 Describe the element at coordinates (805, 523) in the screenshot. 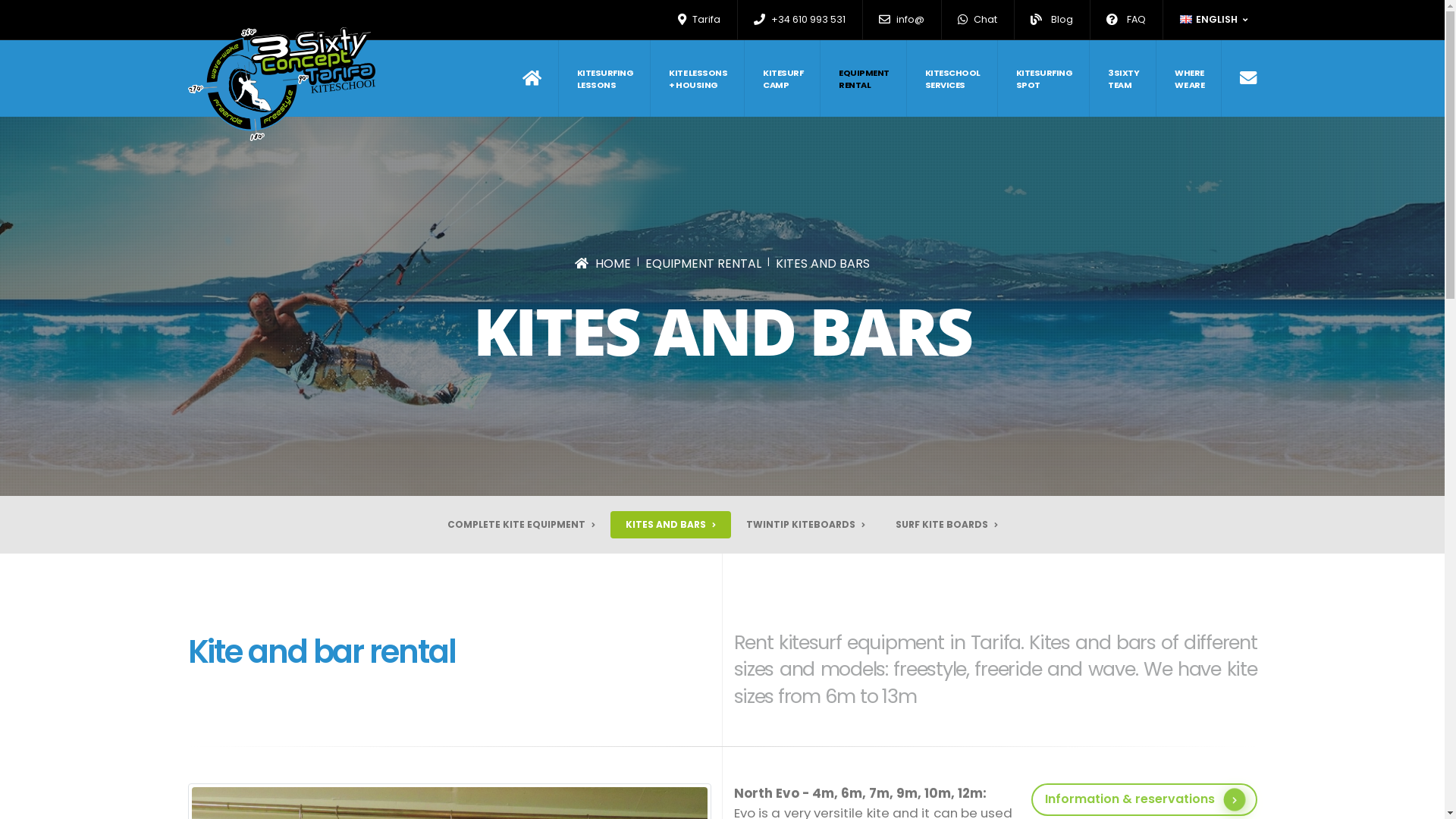

I see `'TWINTIP KITEBOARDS'` at that location.